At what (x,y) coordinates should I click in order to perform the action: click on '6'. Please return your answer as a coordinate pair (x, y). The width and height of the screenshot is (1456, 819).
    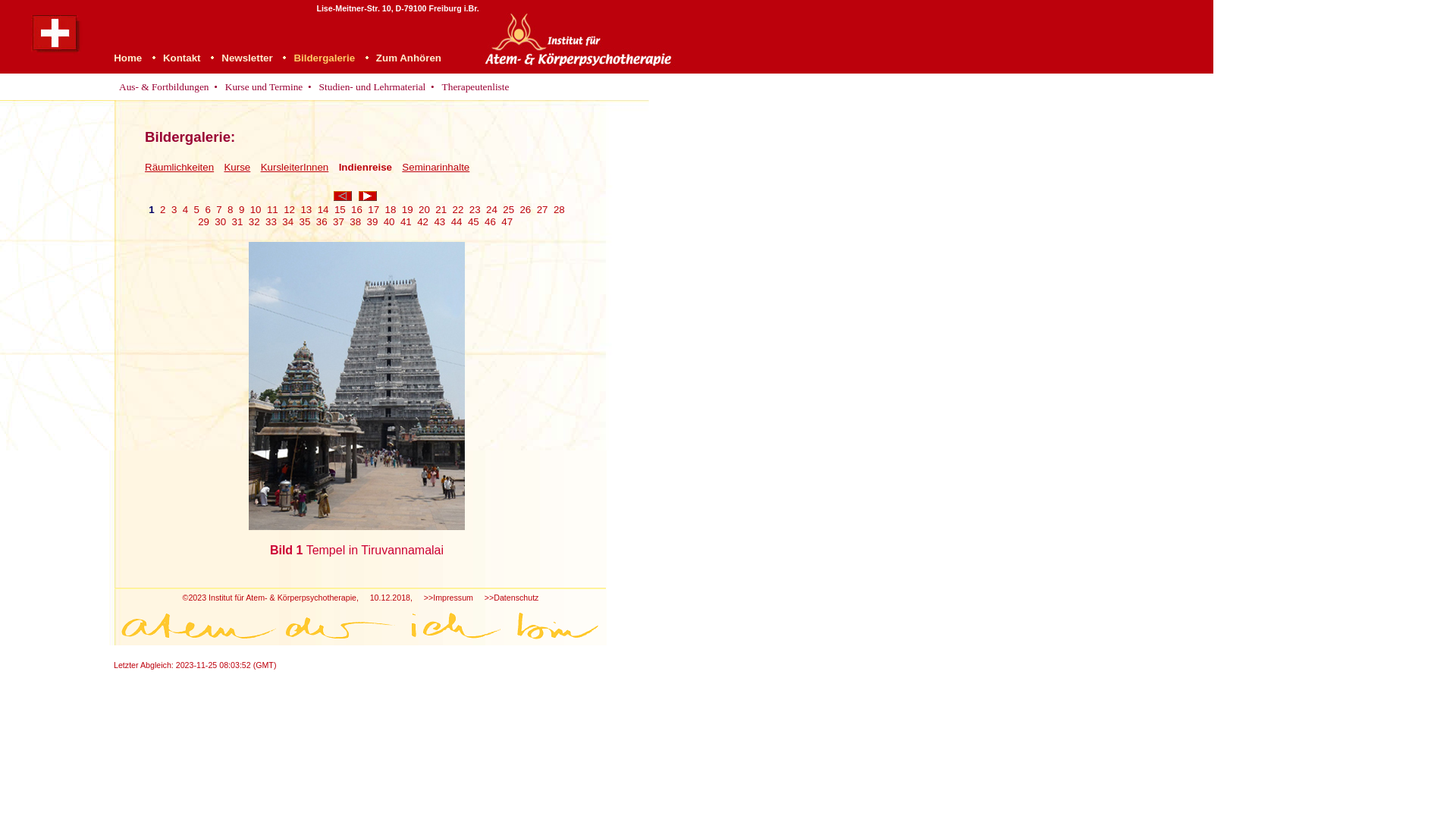
    Looking at the image, I should click on (203, 209).